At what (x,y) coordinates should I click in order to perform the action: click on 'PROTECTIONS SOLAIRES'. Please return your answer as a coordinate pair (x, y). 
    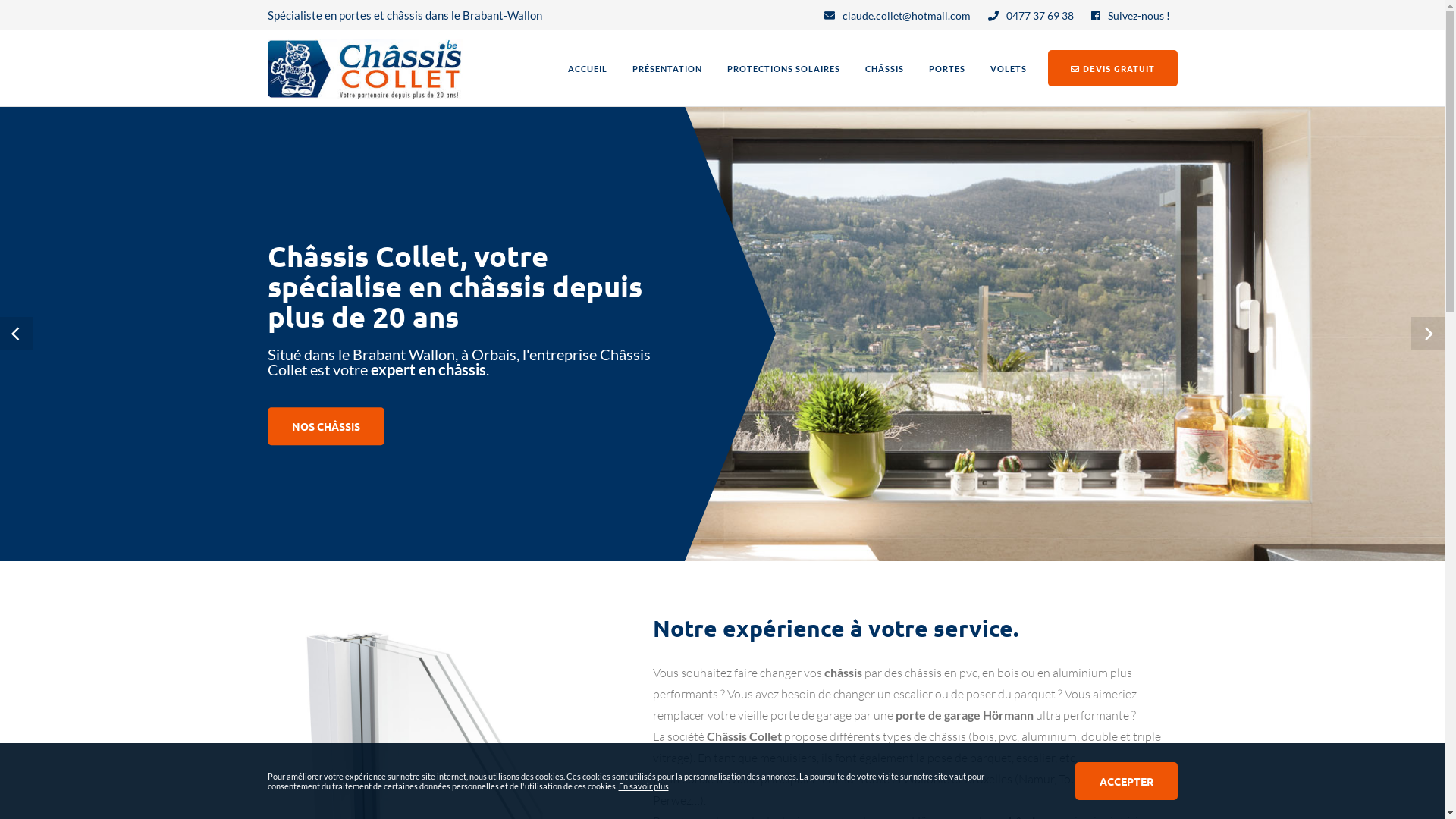
    Looking at the image, I should click on (783, 69).